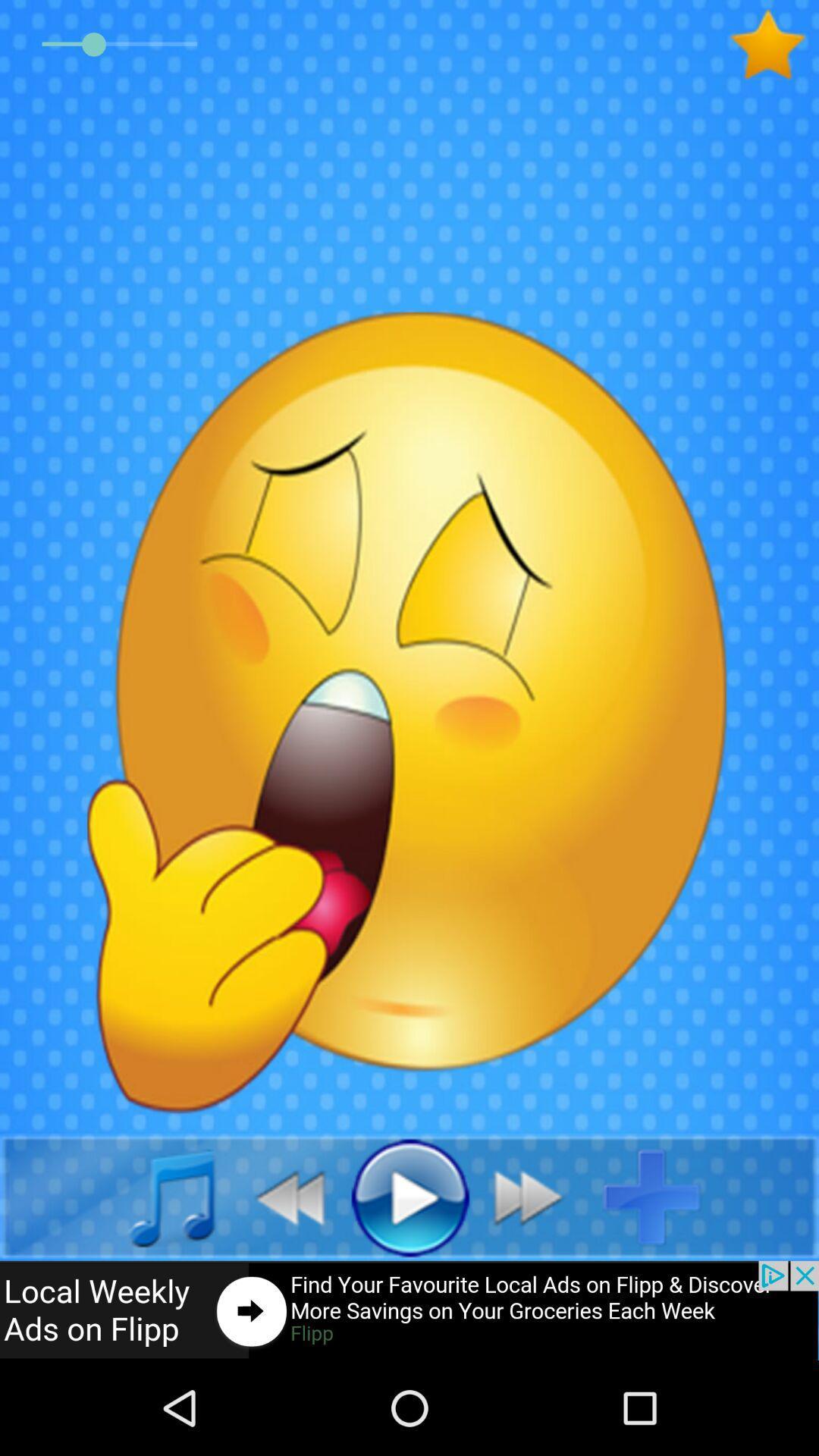  What do you see at coordinates (773, 45) in the screenshot?
I see `the star icon` at bounding box center [773, 45].